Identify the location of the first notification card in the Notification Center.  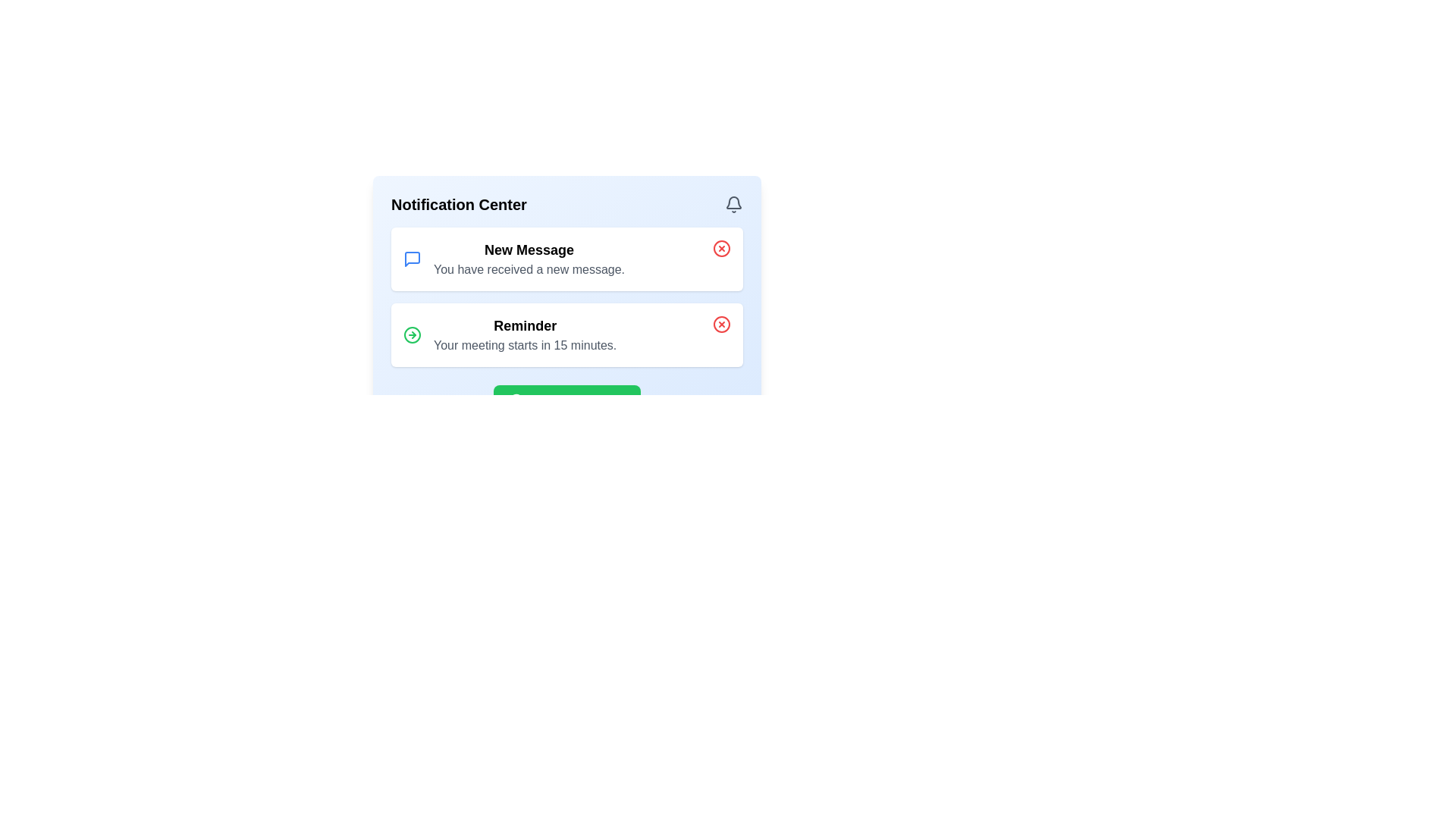
(566, 259).